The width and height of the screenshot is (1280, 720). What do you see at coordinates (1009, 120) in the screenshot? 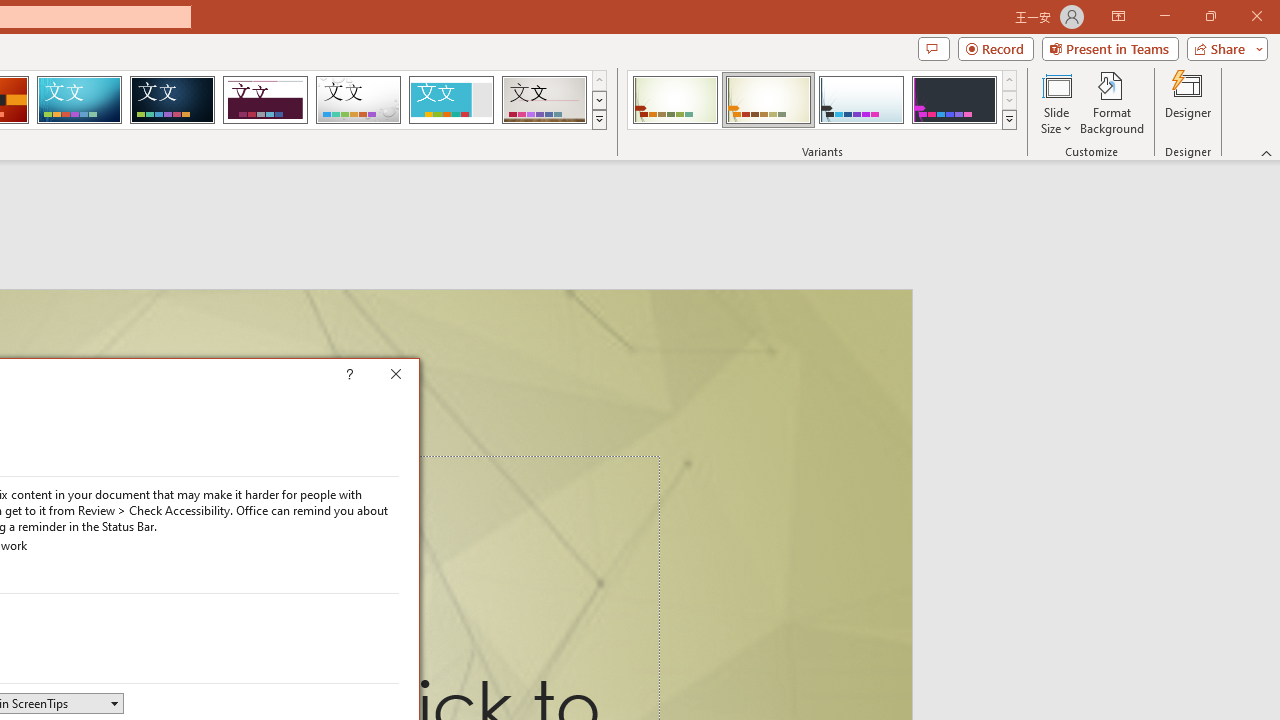
I see `'Variants'` at bounding box center [1009, 120].